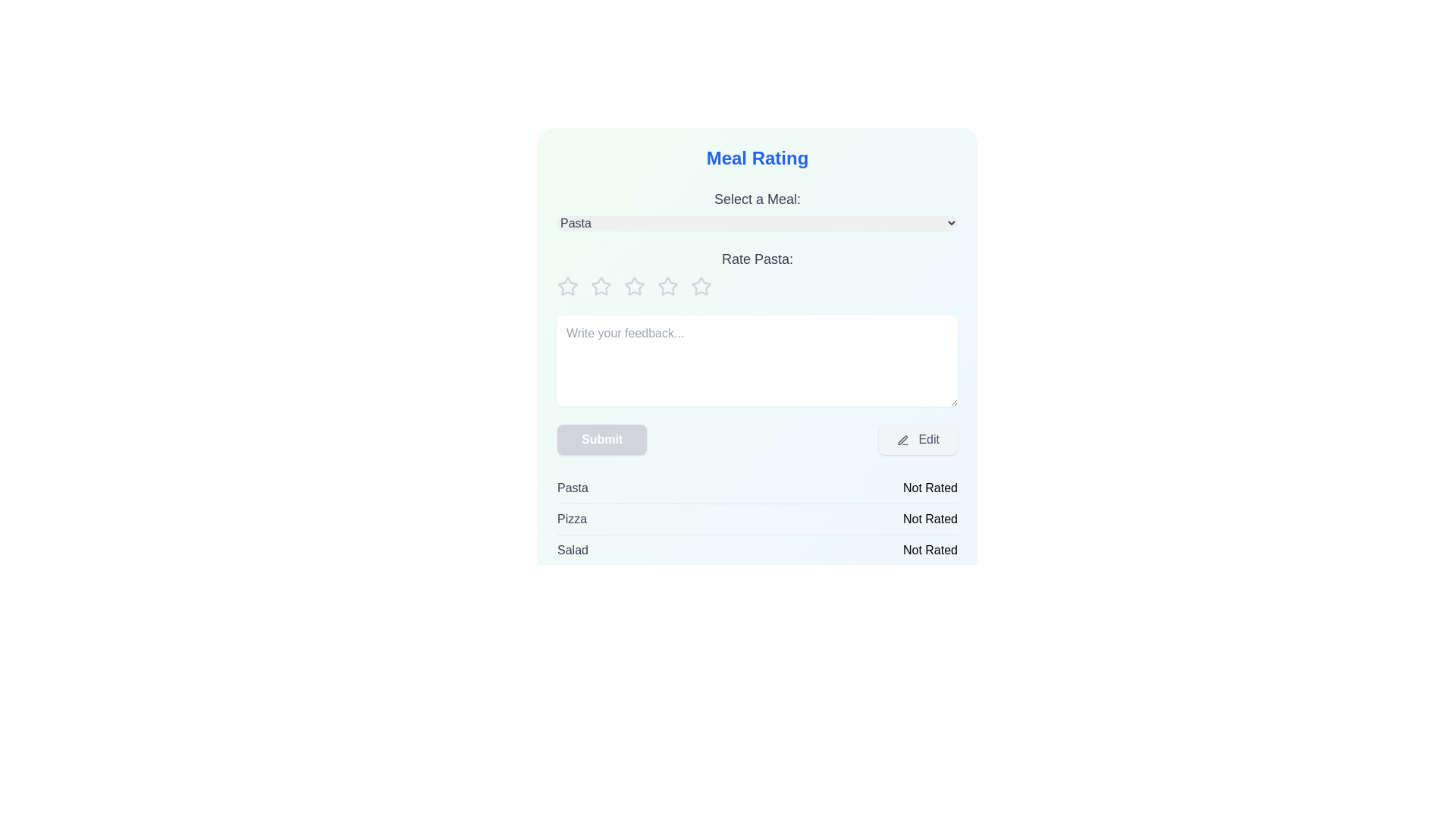 This screenshot has height=819, width=1456. I want to click on the 'Salad' text label in the third row of the vertical list that identifies the food item, so click(572, 550).